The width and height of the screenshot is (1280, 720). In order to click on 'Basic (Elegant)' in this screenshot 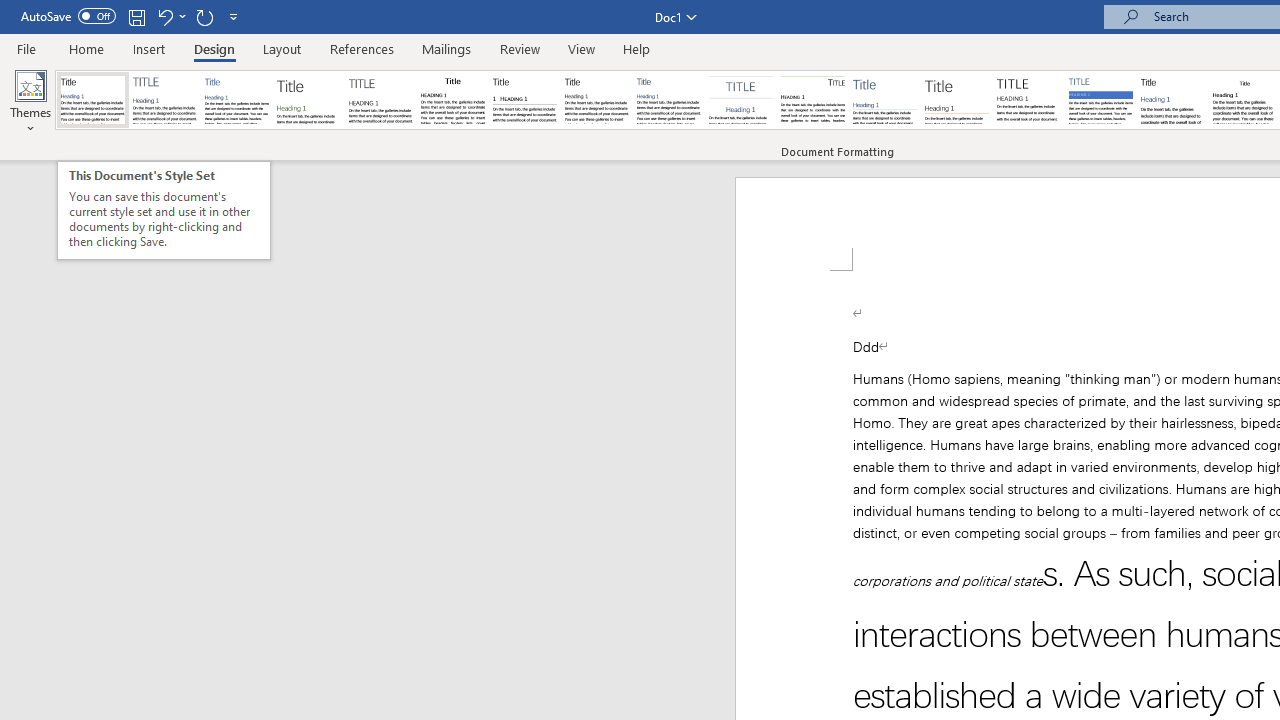, I will do `click(165, 100)`.